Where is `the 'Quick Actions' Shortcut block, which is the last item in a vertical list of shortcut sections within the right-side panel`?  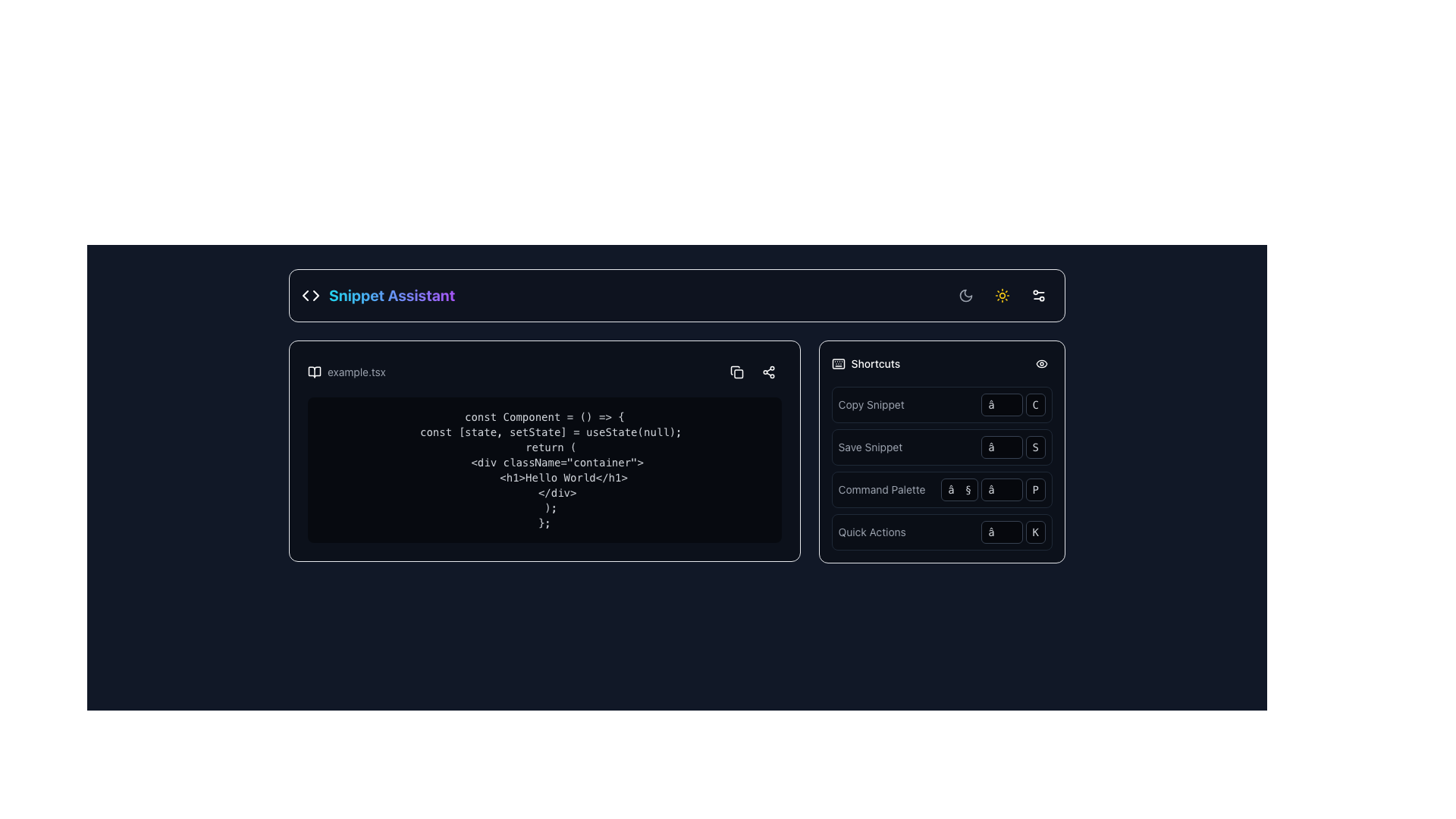
the 'Quick Actions' Shortcut block, which is the last item in a vertical list of shortcut sections within the right-side panel is located at coordinates (941, 532).